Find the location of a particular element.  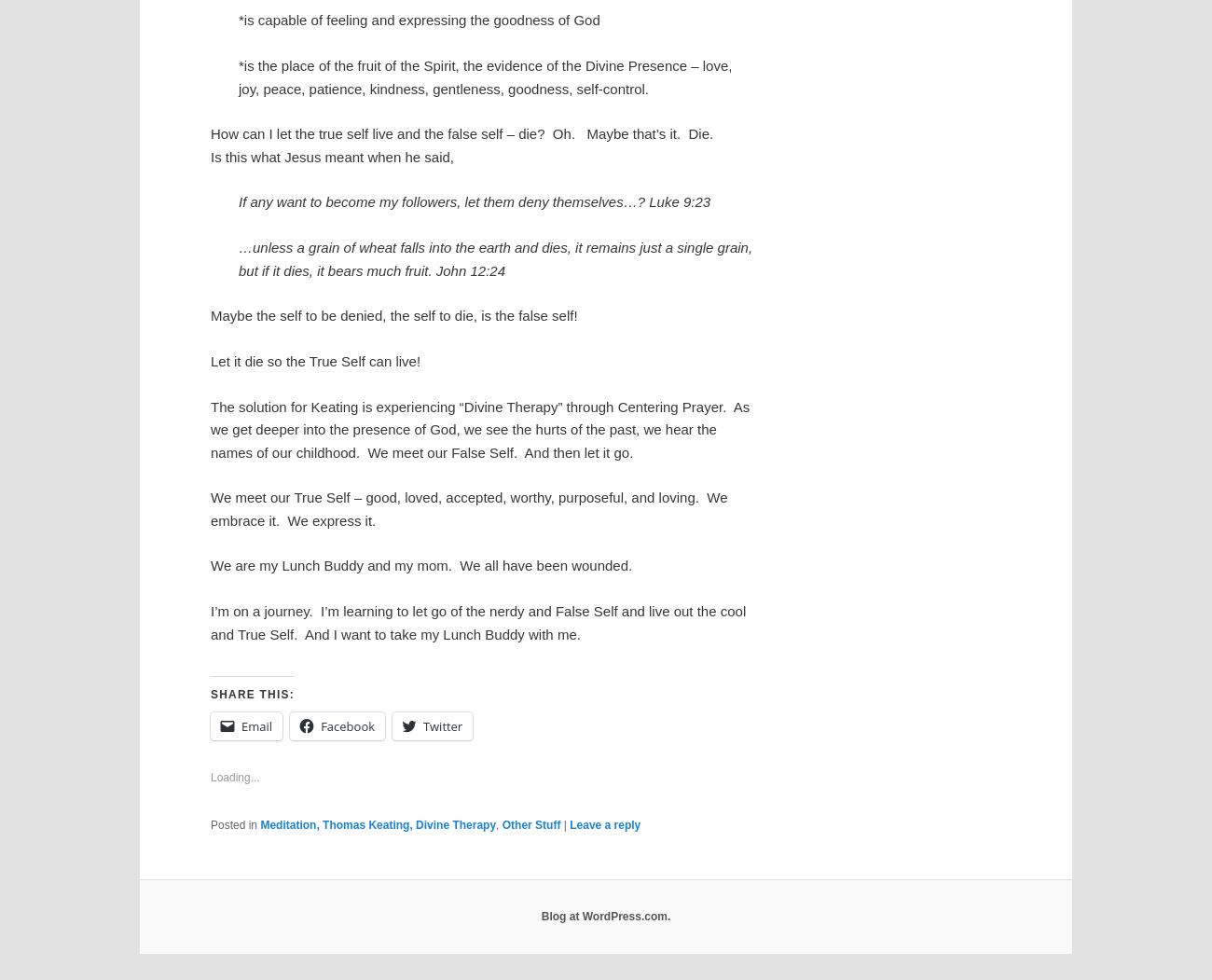

'We meet our True Self – good, loved, accepted, worthy, purposeful, and loving.  We embrace it.  We express it.' is located at coordinates (468, 507).